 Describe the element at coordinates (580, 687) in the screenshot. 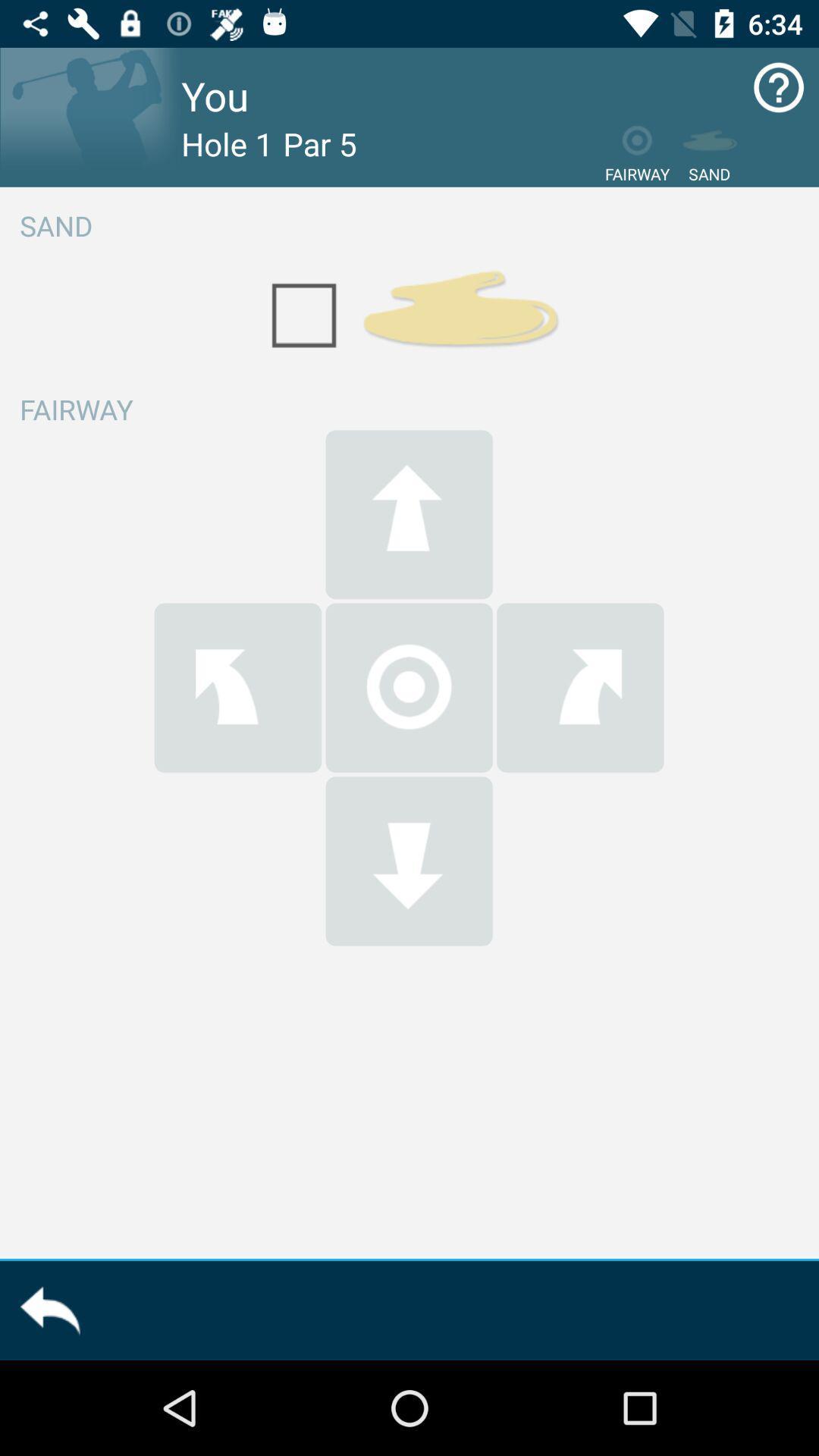

I see `turn right button` at that location.